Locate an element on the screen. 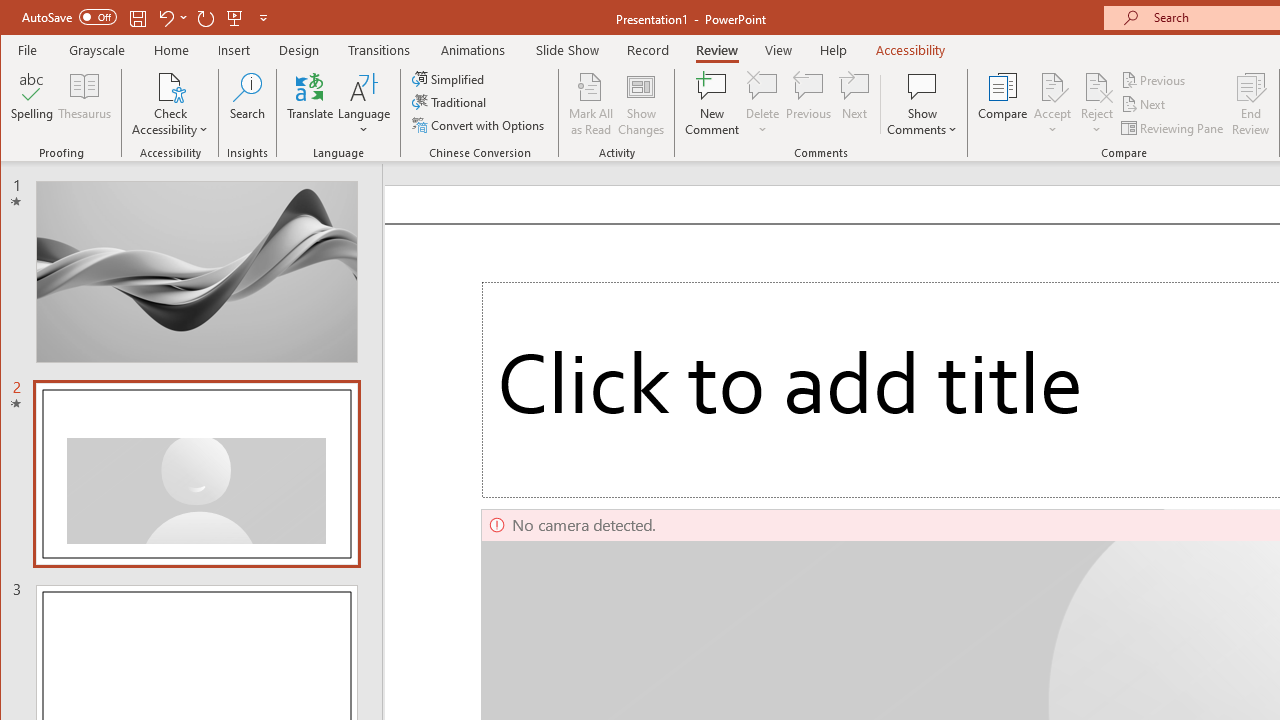 Image resolution: width=1280 pixels, height=720 pixels. 'Grayscale' is located at coordinates (96, 49).